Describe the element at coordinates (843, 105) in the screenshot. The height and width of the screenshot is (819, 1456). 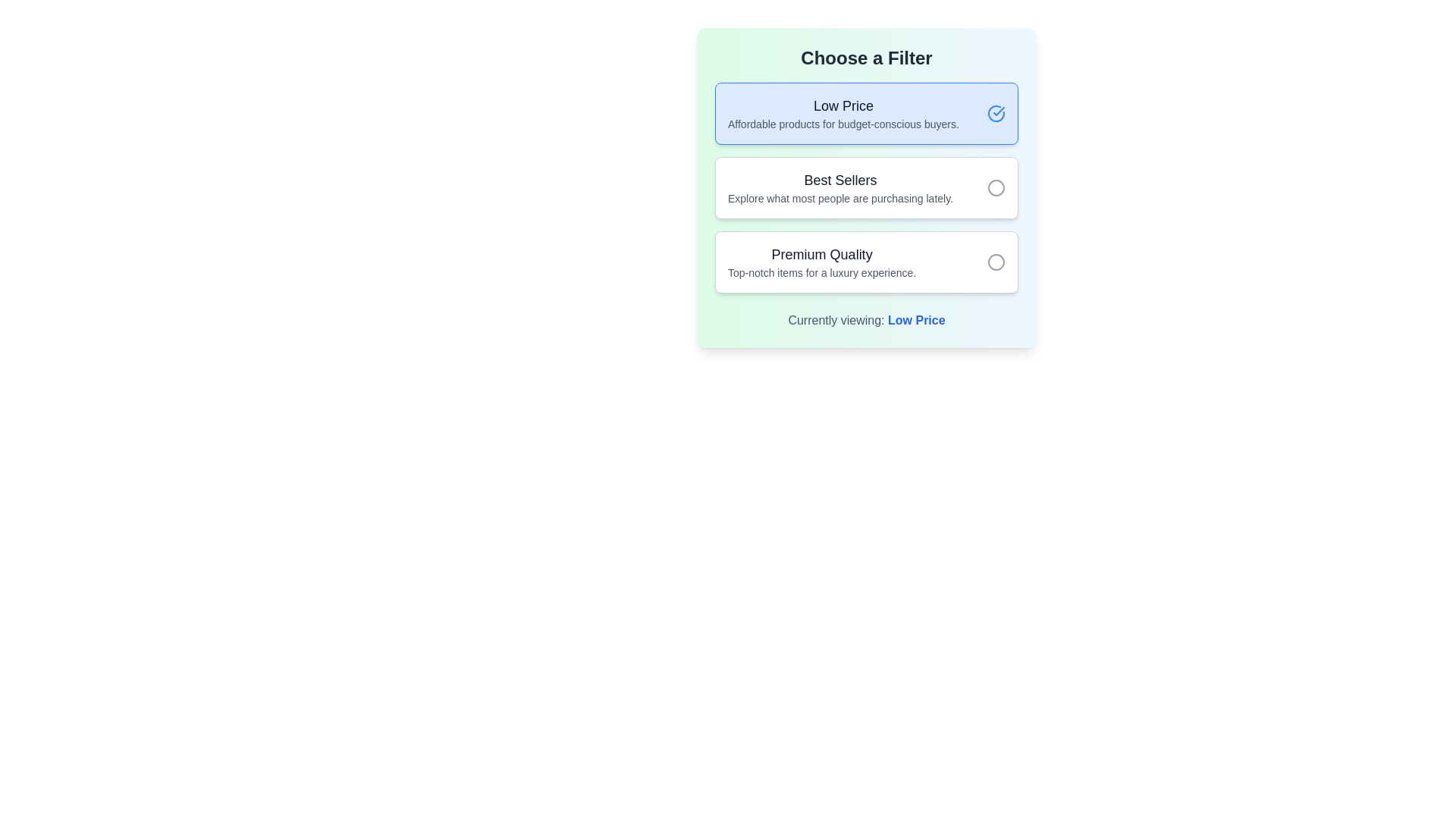
I see `prominent text label 'Low Price' styled in bold and larger font, located near the top of the interface under the header 'Choose a Filter'` at that location.